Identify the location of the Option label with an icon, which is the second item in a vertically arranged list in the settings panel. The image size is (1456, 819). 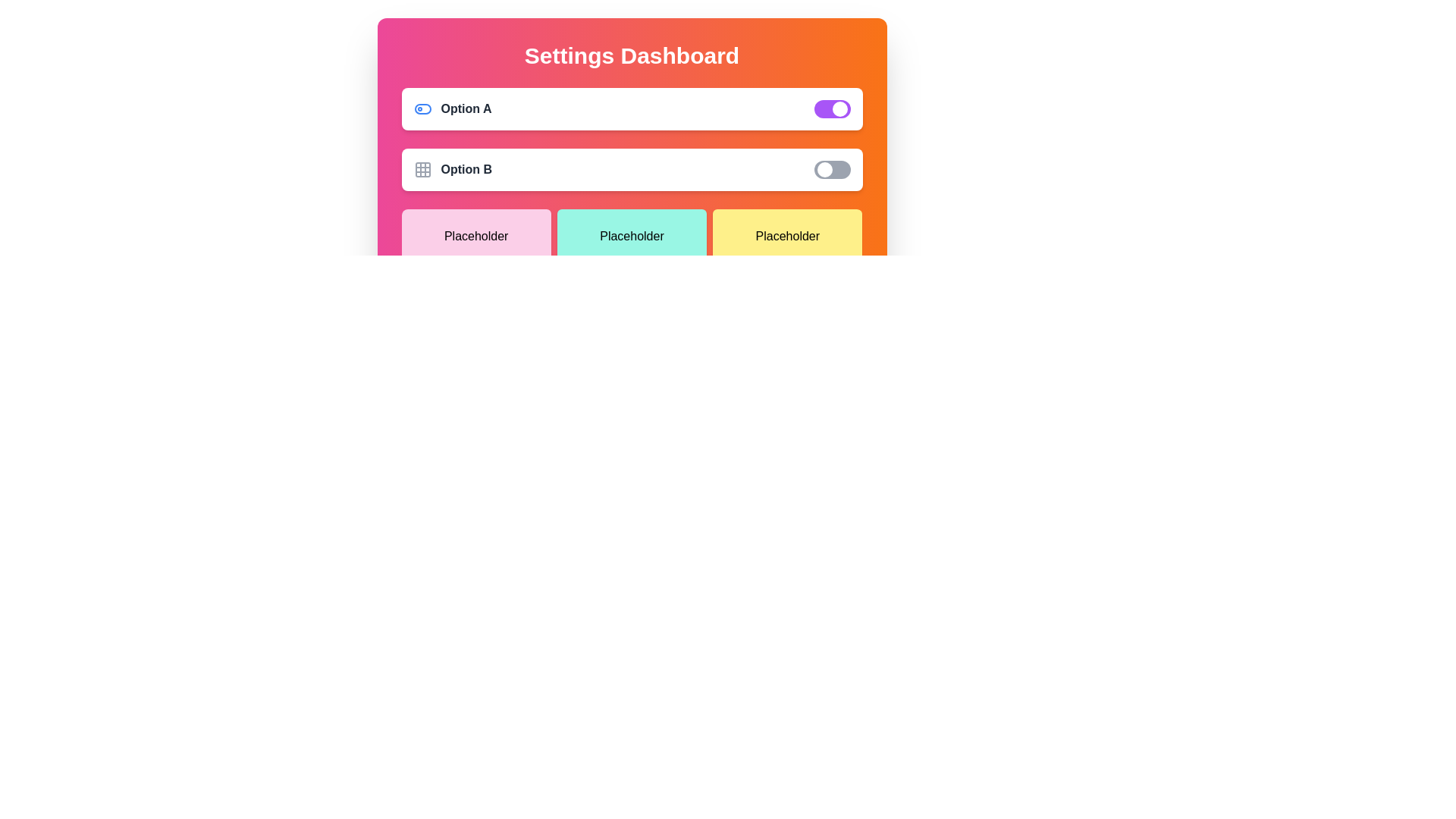
(452, 169).